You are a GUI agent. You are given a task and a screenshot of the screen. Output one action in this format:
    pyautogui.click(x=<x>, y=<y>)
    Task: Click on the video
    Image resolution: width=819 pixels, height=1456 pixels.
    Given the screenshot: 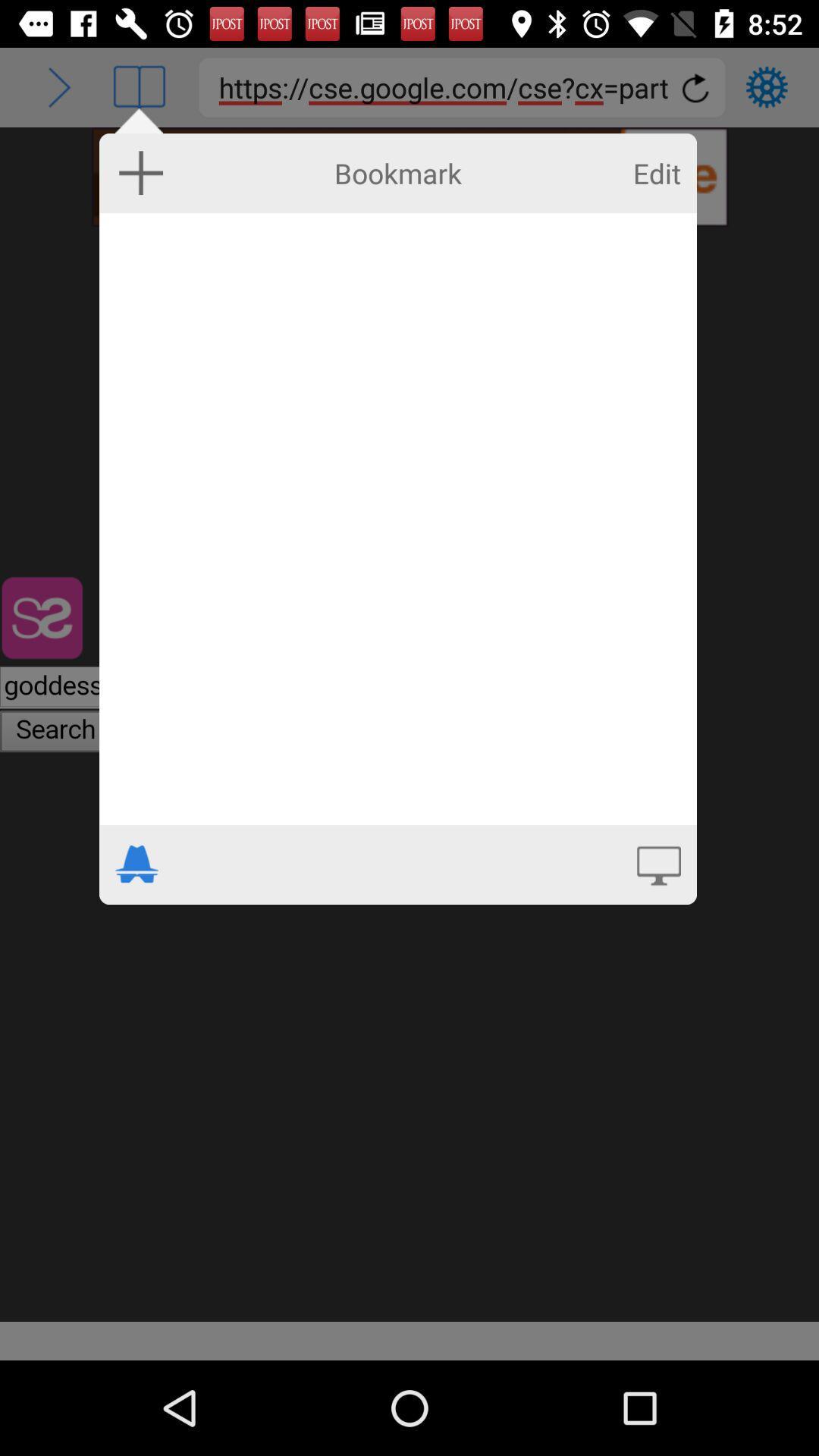 What is the action you would take?
    pyautogui.click(x=657, y=864)
    